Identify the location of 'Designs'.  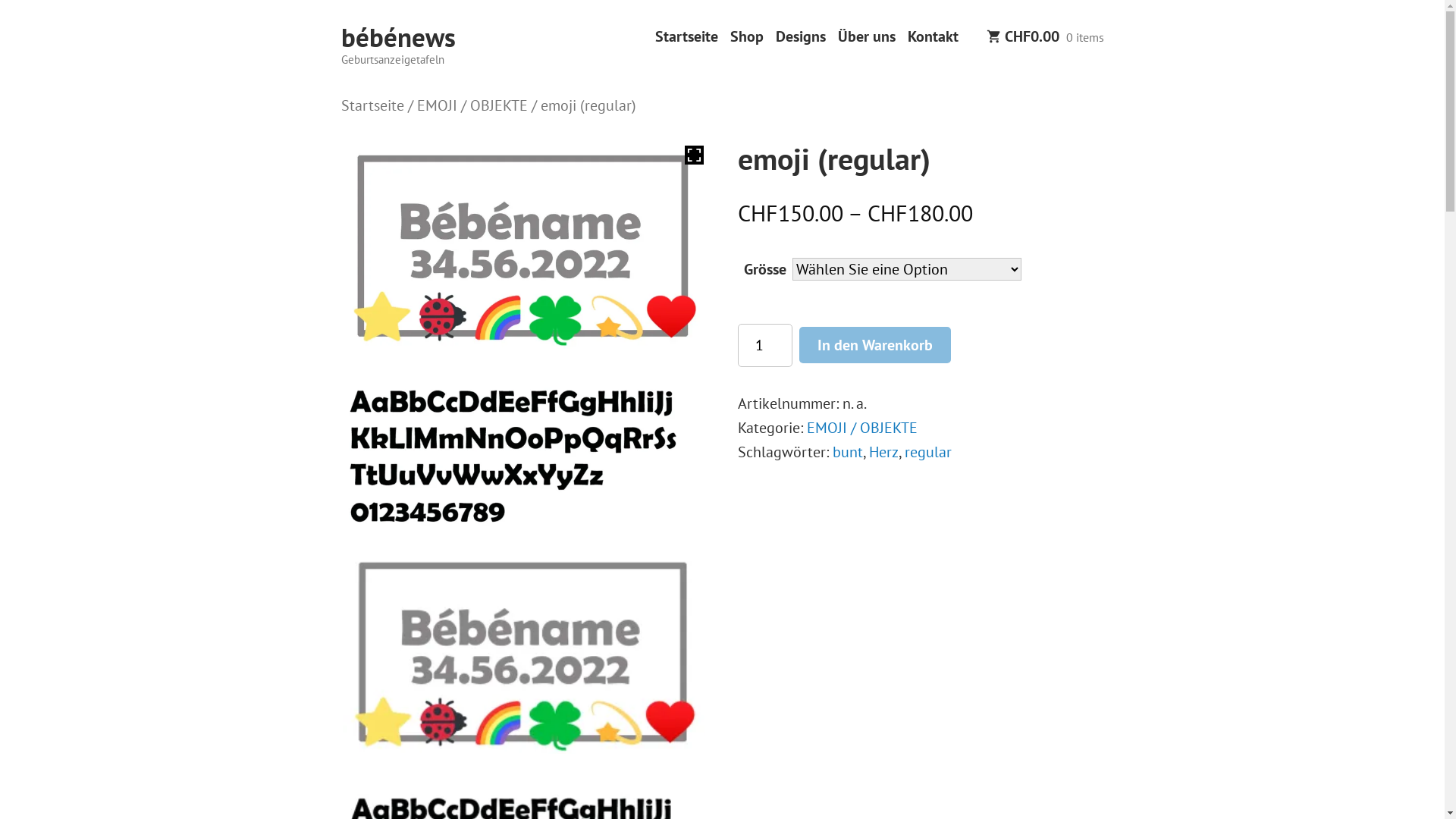
(799, 36).